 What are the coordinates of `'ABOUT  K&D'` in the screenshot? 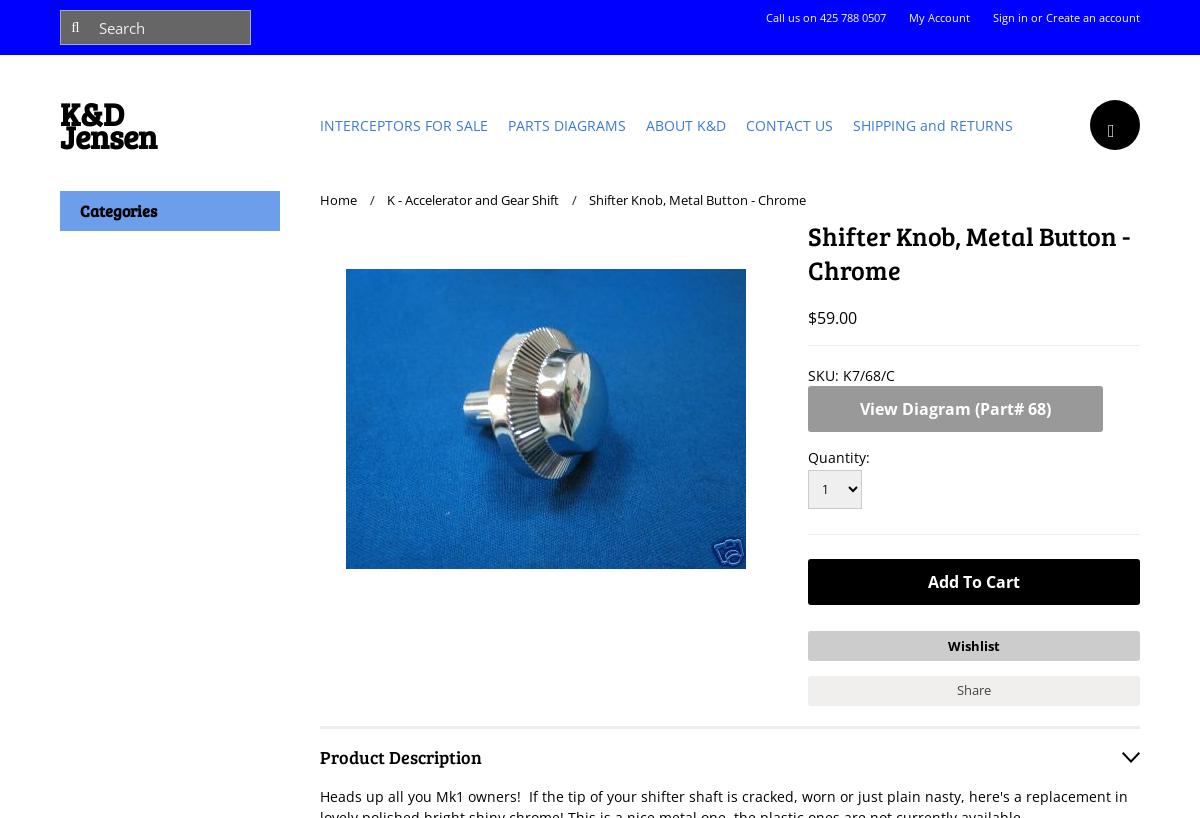 It's located at (686, 124).